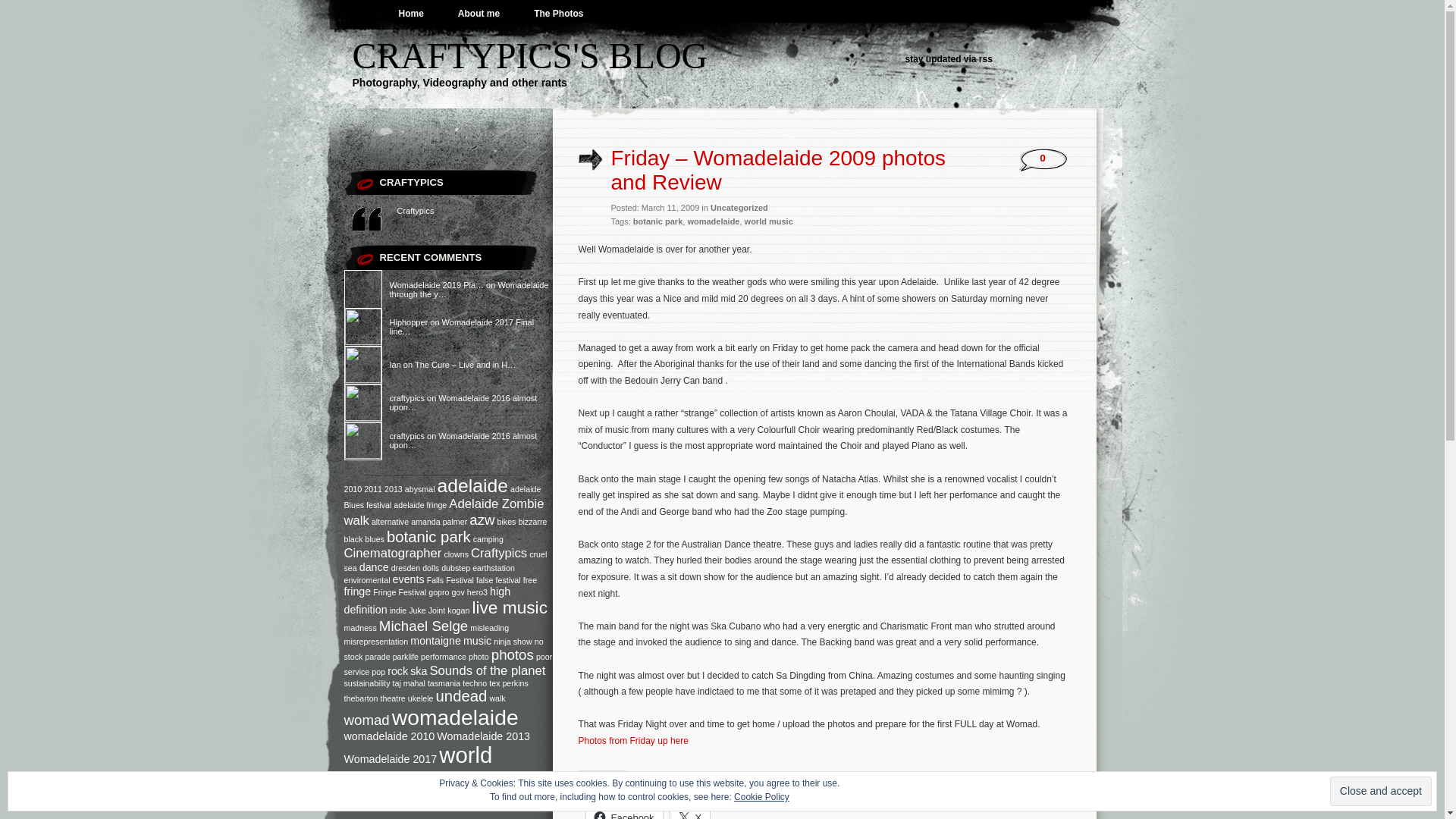  Describe the element at coordinates (359, 628) in the screenshot. I see `'madness'` at that location.